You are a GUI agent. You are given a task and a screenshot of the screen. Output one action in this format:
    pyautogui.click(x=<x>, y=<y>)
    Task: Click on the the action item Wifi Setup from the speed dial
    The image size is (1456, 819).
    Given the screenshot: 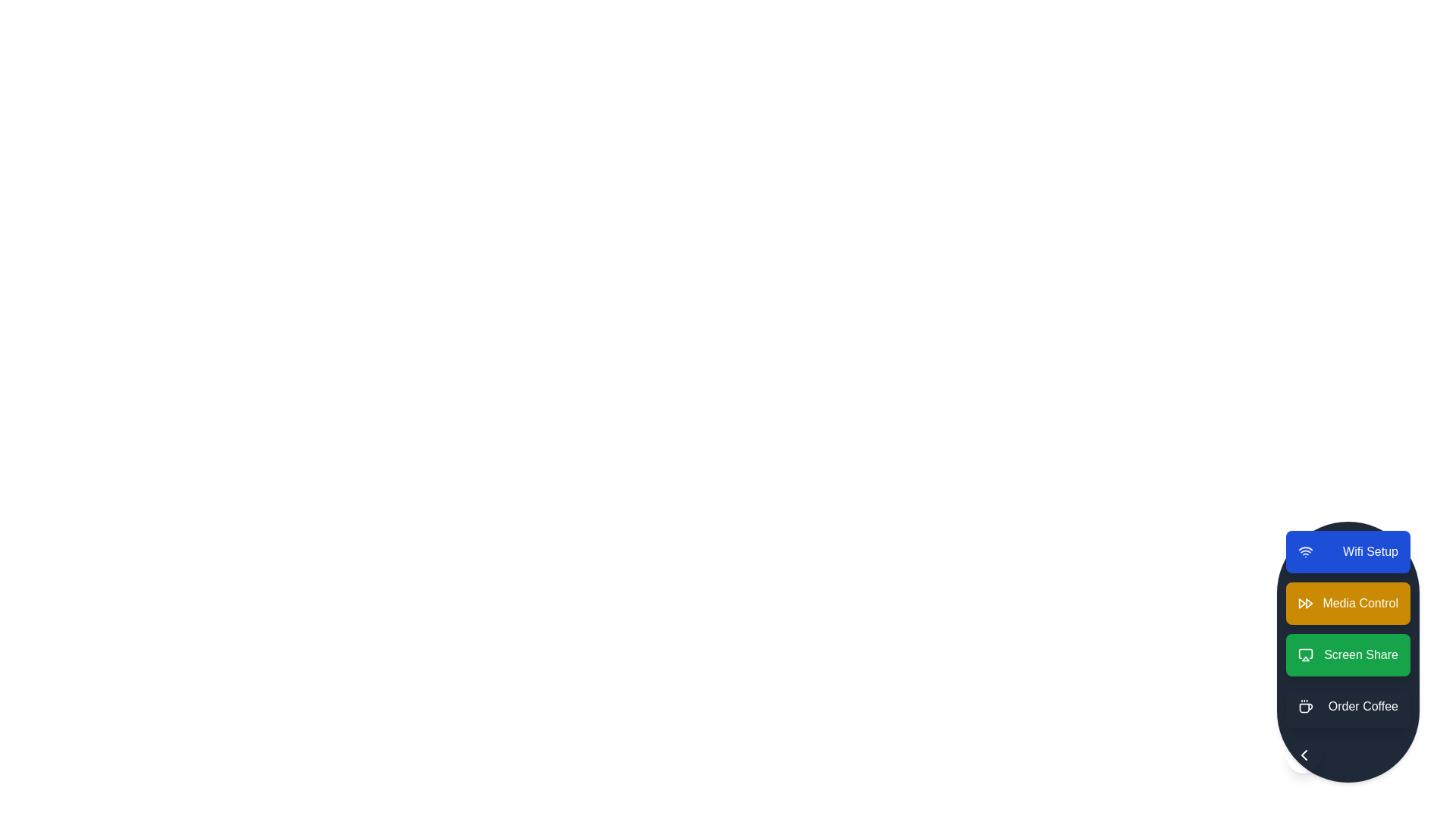 What is the action you would take?
    pyautogui.click(x=1348, y=552)
    